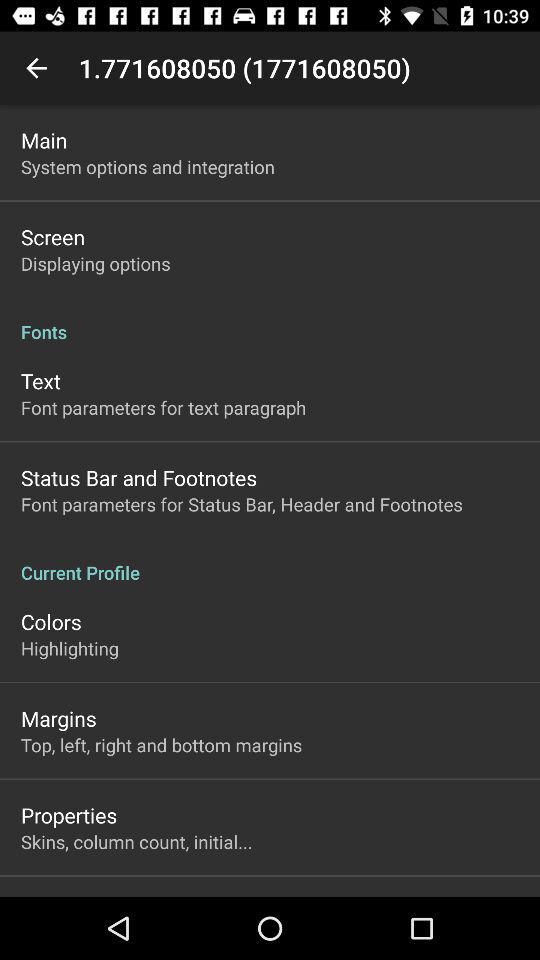  Describe the element at coordinates (44, 139) in the screenshot. I see `app above the system options and app` at that location.